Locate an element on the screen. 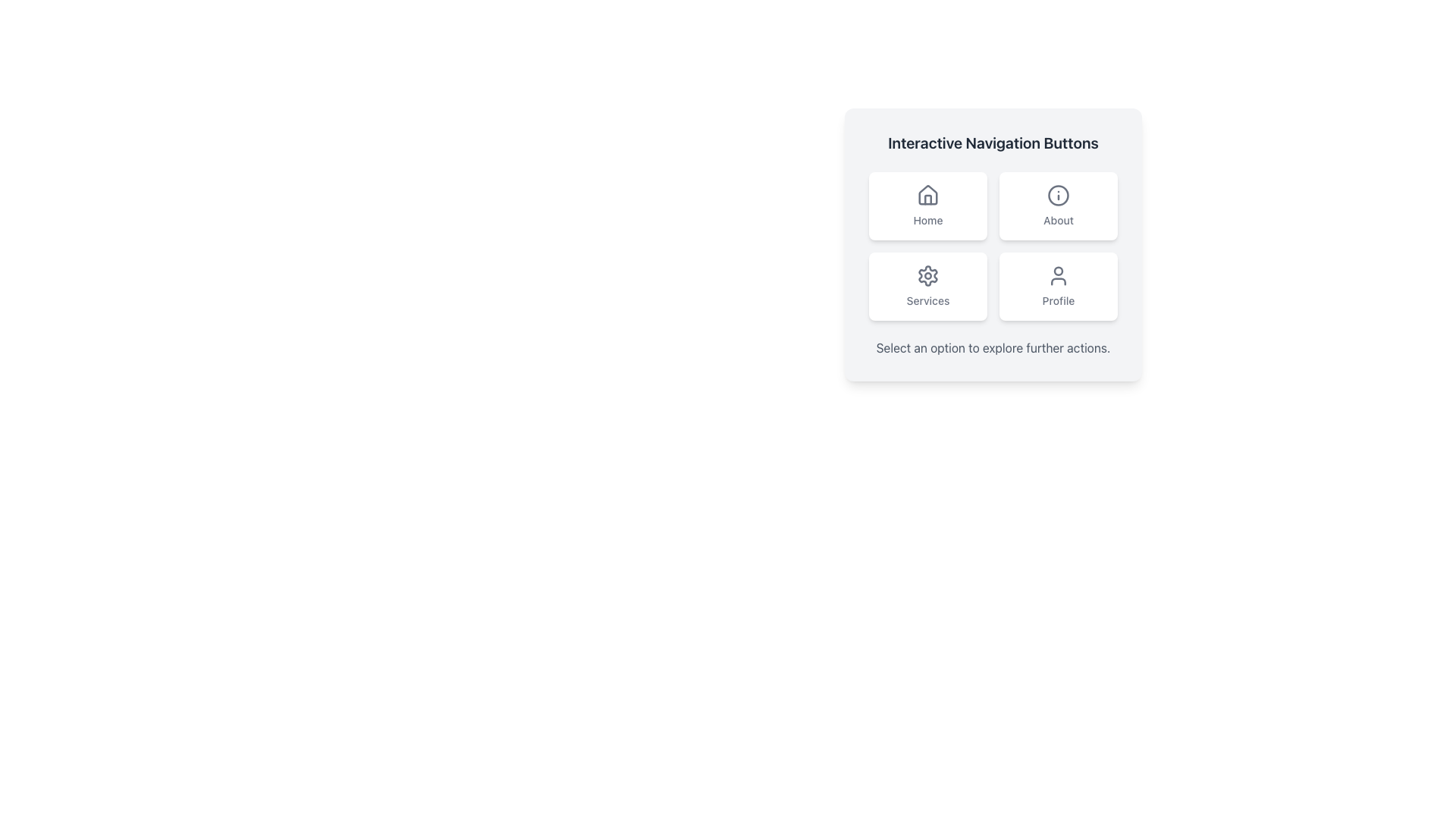 This screenshot has width=1456, height=819. the gear icon representing settings for the 'Services' option located in the lower-left corner of the interactive navigation area is located at coordinates (927, 275).